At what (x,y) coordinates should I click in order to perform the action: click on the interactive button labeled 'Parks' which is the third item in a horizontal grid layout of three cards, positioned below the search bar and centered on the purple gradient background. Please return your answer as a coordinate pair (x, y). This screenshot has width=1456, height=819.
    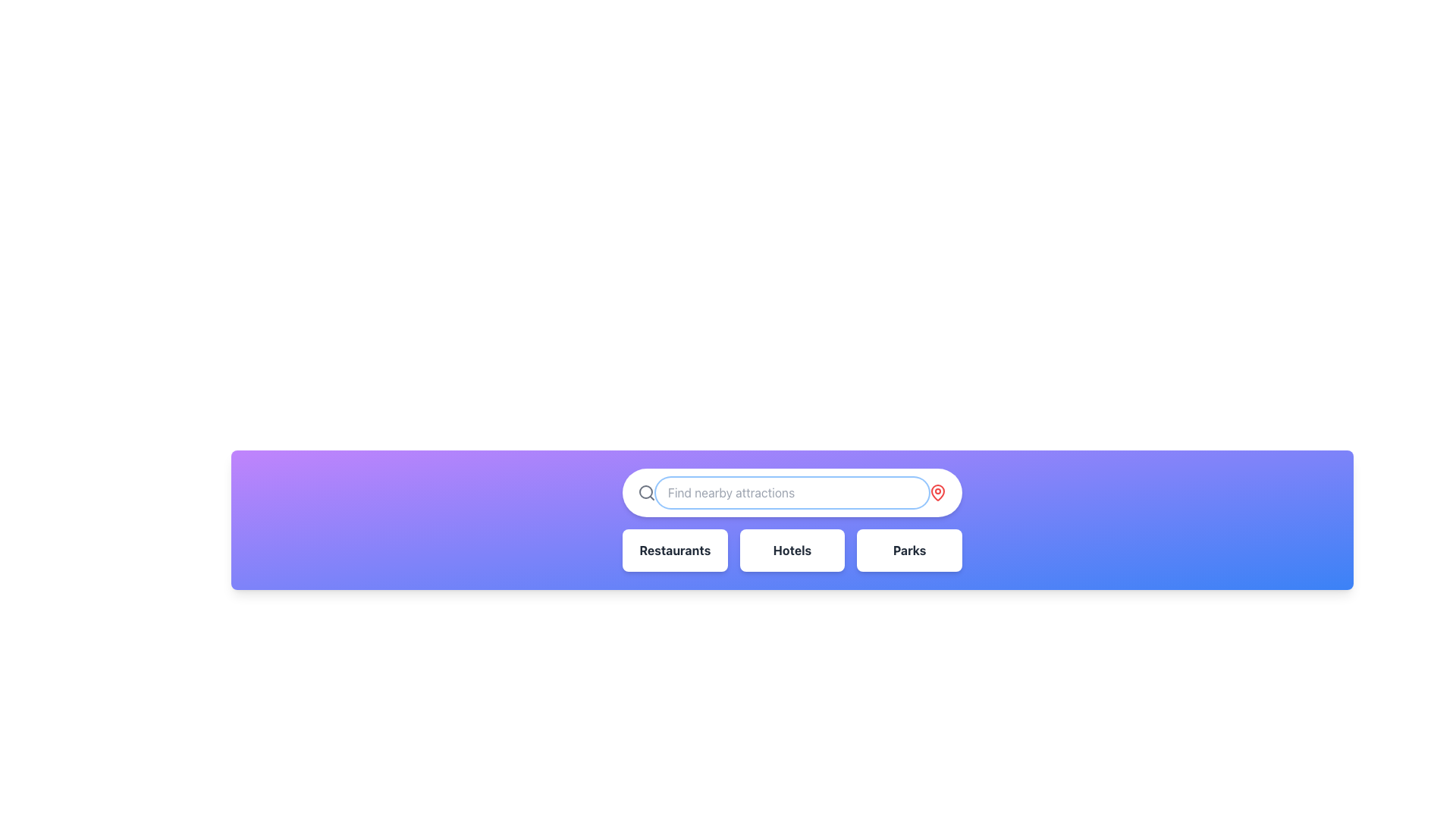
    Looking at the image, I should click on (909, 550).